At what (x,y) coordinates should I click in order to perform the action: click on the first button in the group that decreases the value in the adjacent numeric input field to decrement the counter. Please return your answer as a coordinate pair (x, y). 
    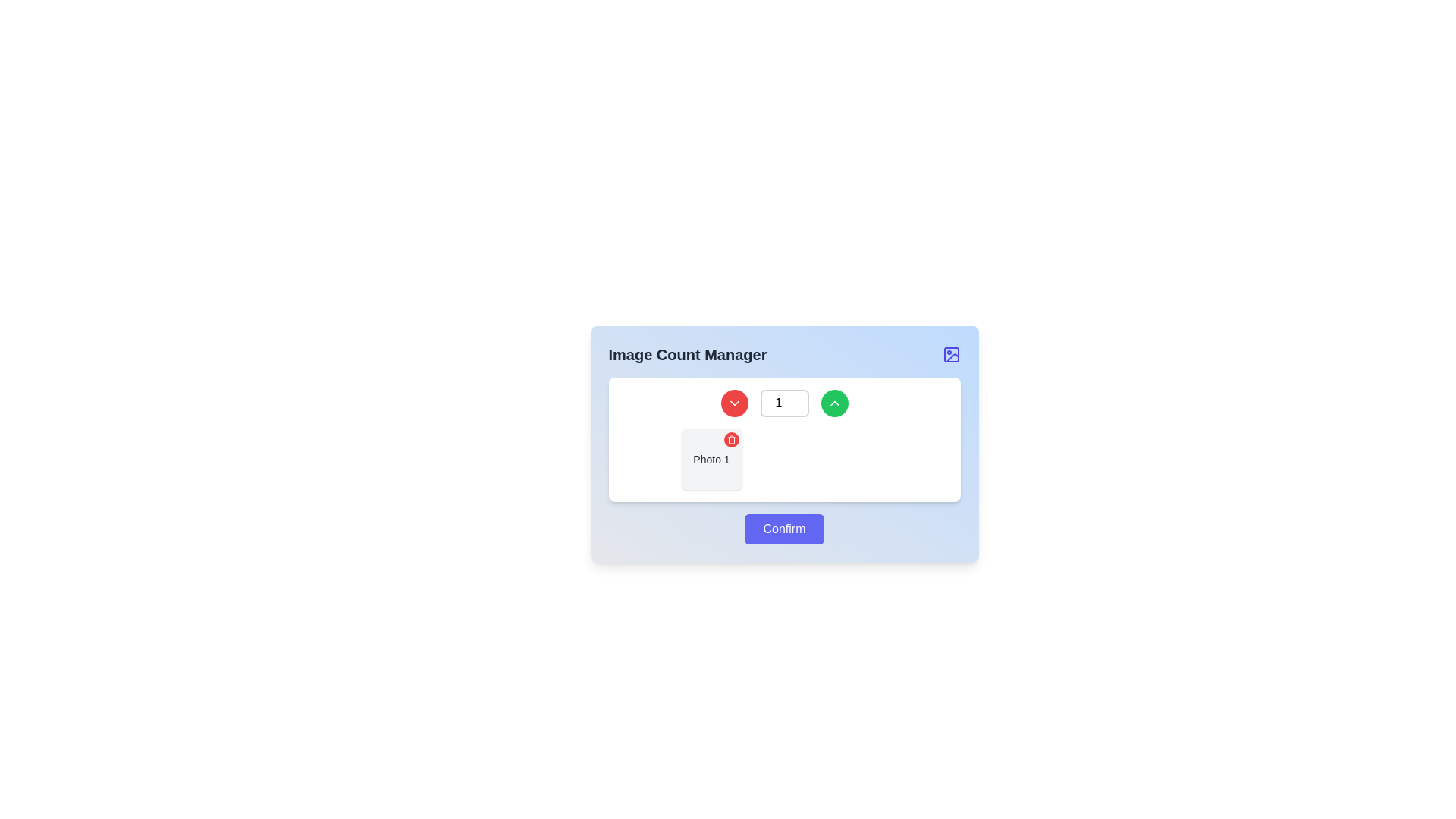
    Looking at the image, I should click on (734, 403).